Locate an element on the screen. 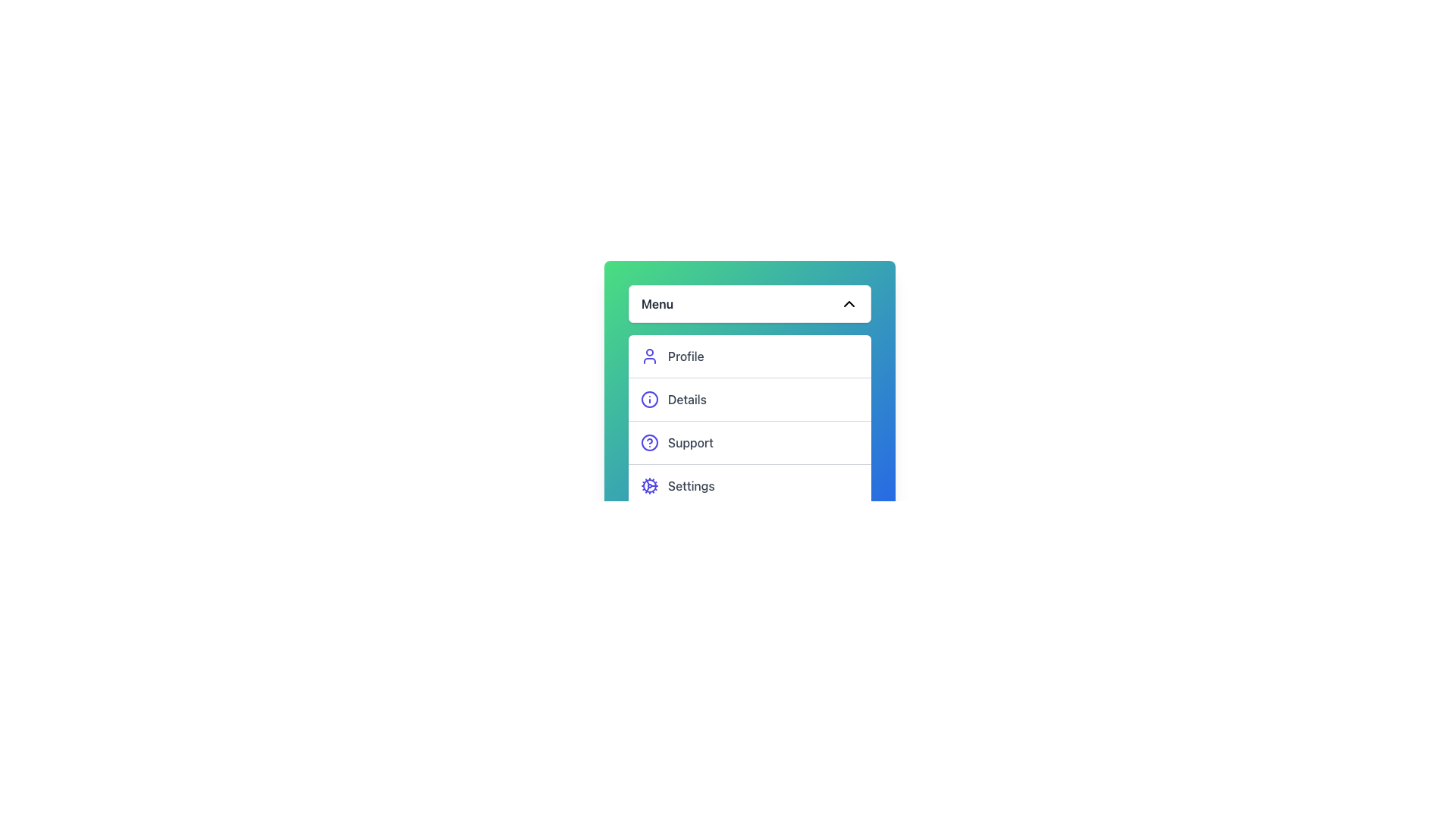 Image resolution: width=1456 pixels, height=819 pixels. the first menu item in the vertical list that represents the Profile section is located at coordinates (749, 356).